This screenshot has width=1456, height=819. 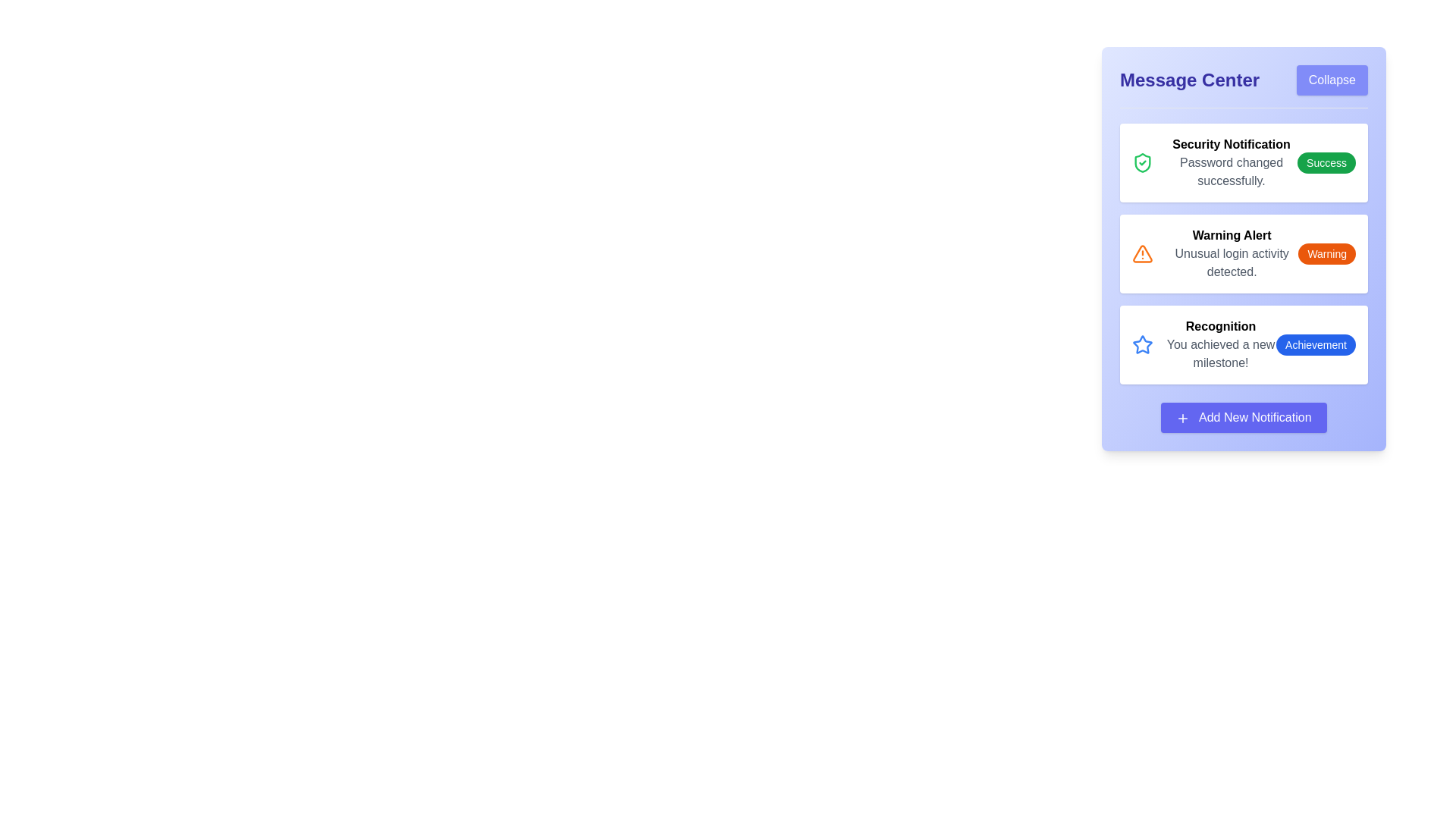 I want to click on the shield icon with a checkmark, styled with a green stroke, located above the 'Success' tag in the first notification section of the message center, so click(x=1143, y=163).